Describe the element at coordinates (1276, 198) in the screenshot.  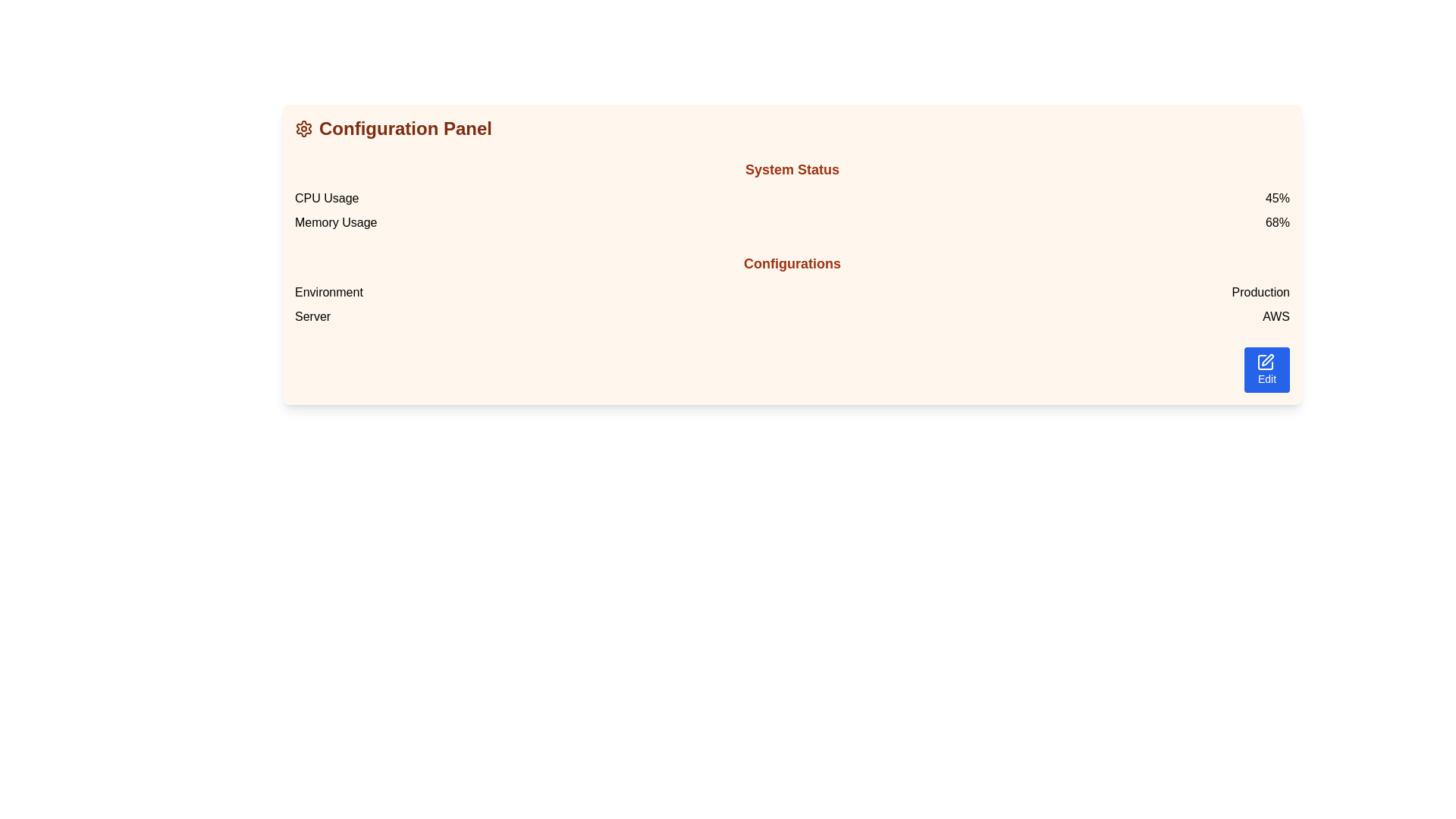
I see `the static text label displaying '45%' located near the label 'CPU Usage' in the upper-right section of a pale background card` at that location.